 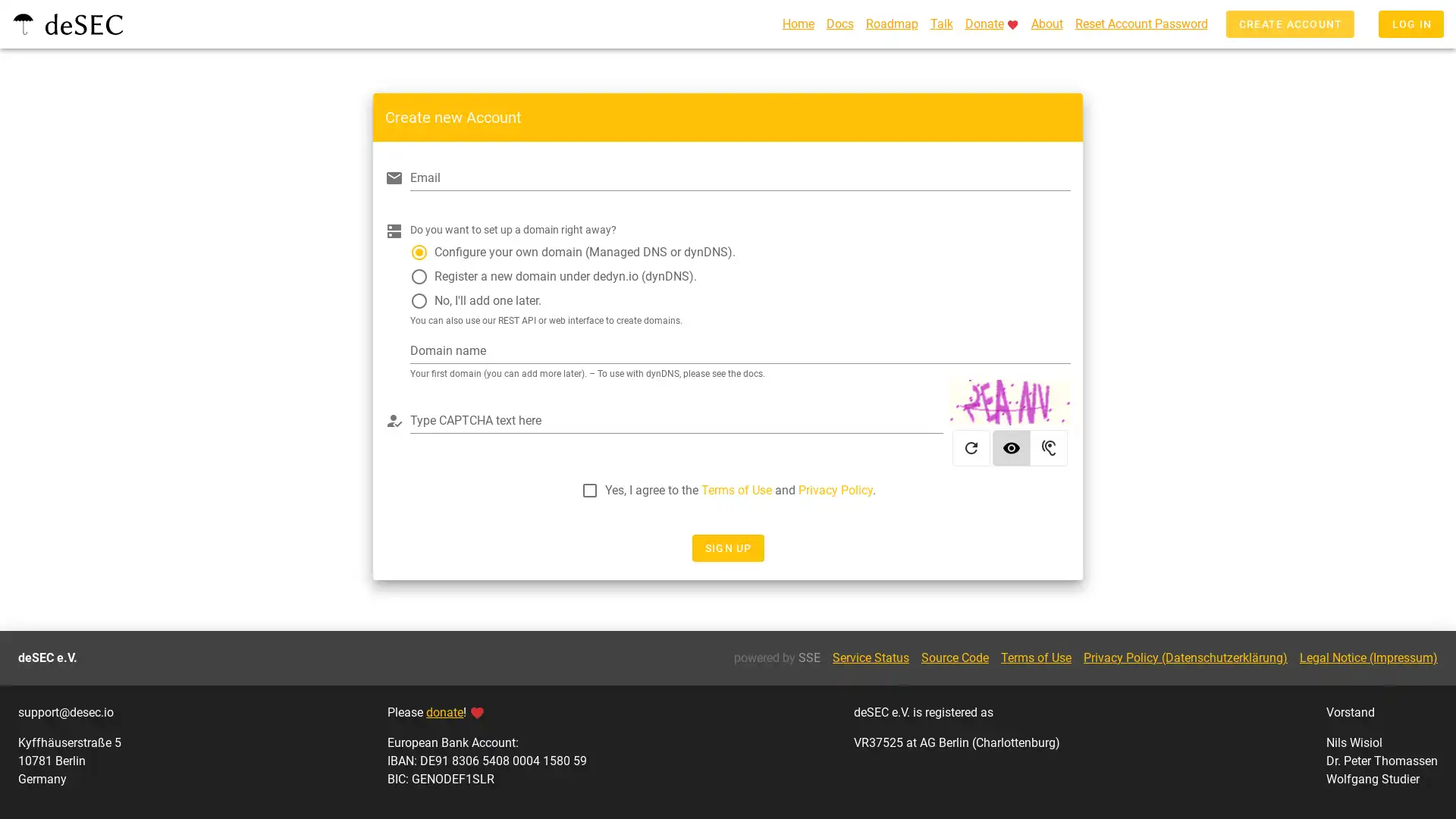 I want to click on Switch to Audio CAPTCHA, so click(x=1048, y=450).